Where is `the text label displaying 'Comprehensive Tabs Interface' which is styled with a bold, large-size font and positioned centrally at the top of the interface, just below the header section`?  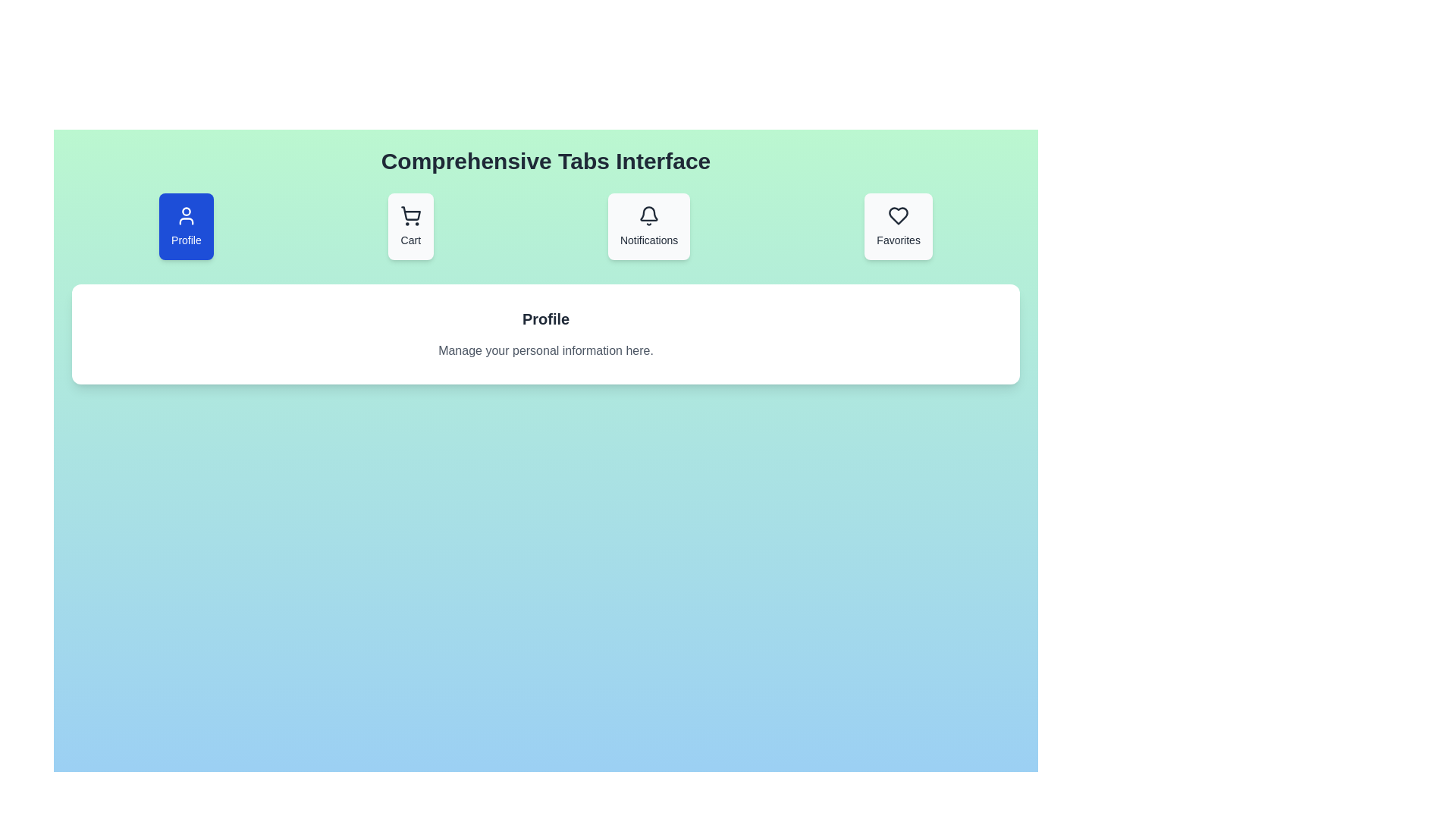
the text label displaying 'Comprehensive Tabs Interface' which is styled with a bold, large-size font and positioned centrally at the top of the interface, just below the header section is located at coordinates (546, 161).